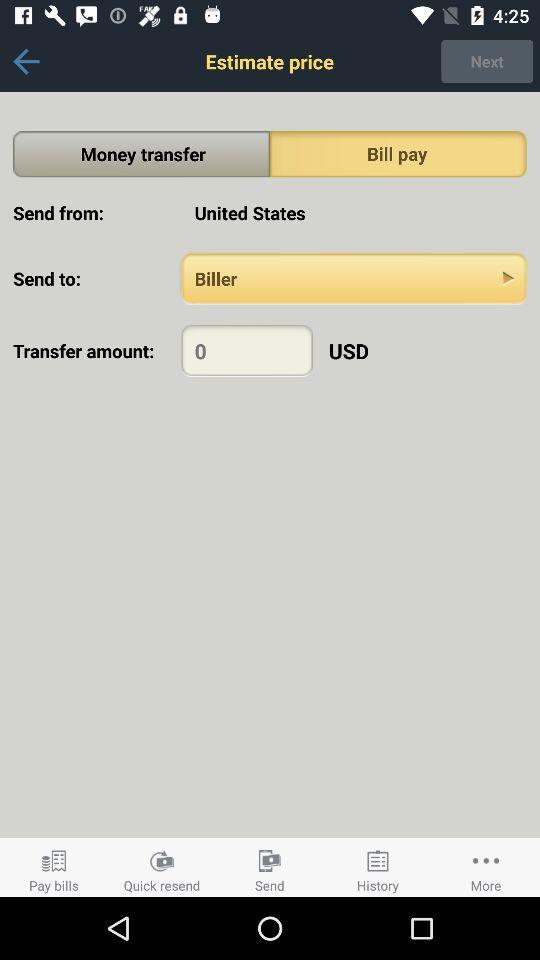 The width and height of the screenshot is (540, 960). What do you see at coordinates (25, 61) in the screenshot?
I see `go back` at bounding box center [25, 61].